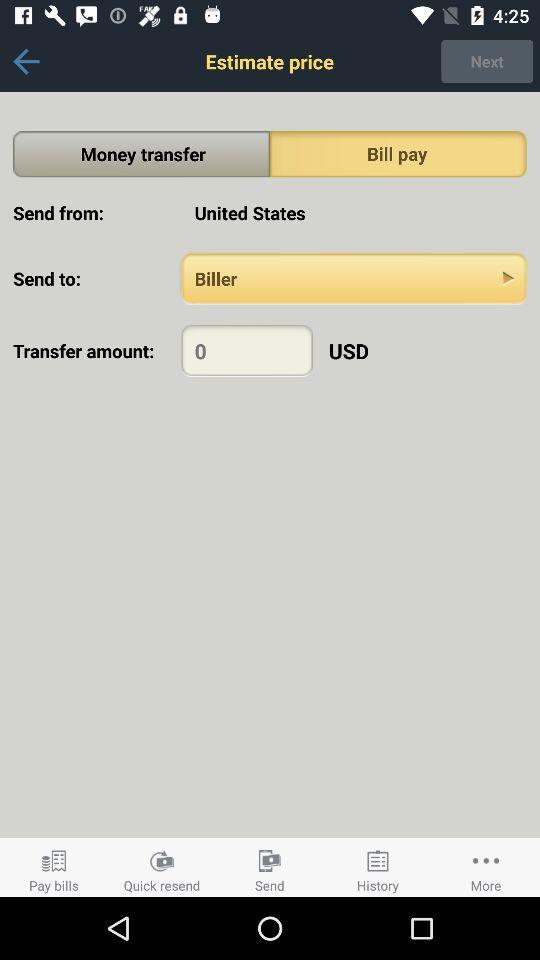 The width and height of the screenshot is (540, 960). What do you see at coordinates (25, 61) in the screenshot?
I see `go back` at bounding box center [25, 61].